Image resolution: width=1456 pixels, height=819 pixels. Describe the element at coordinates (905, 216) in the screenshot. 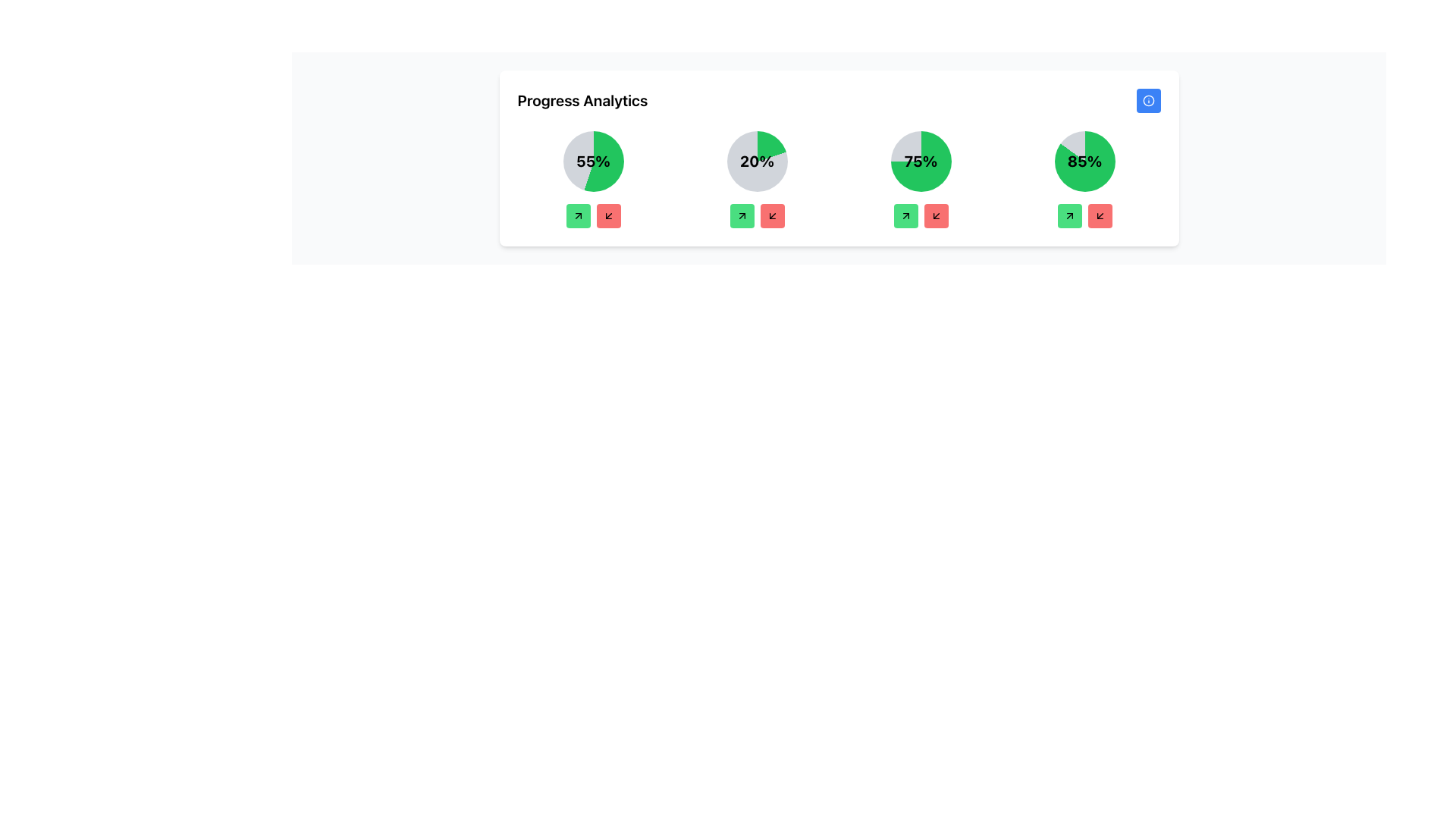

I see `the circular green button with an upward-right-pointing arrow icon located in the button group under the progress chart representing 75%` at that location.